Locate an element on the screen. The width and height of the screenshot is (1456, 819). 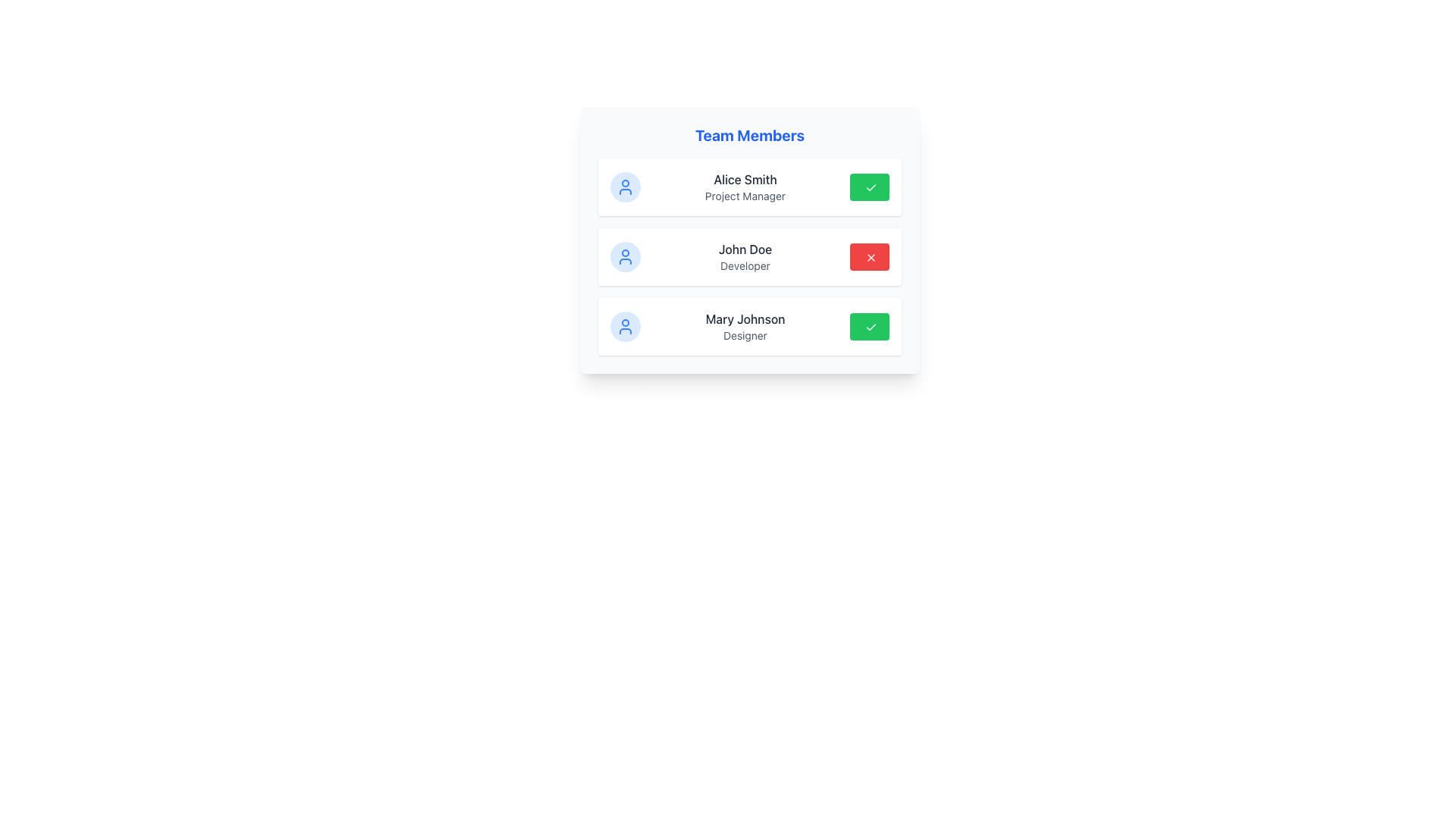
the 'Designer' text label located underneath the name 'Mary Johnson' in her profile card is located at coordinates (745, 335).